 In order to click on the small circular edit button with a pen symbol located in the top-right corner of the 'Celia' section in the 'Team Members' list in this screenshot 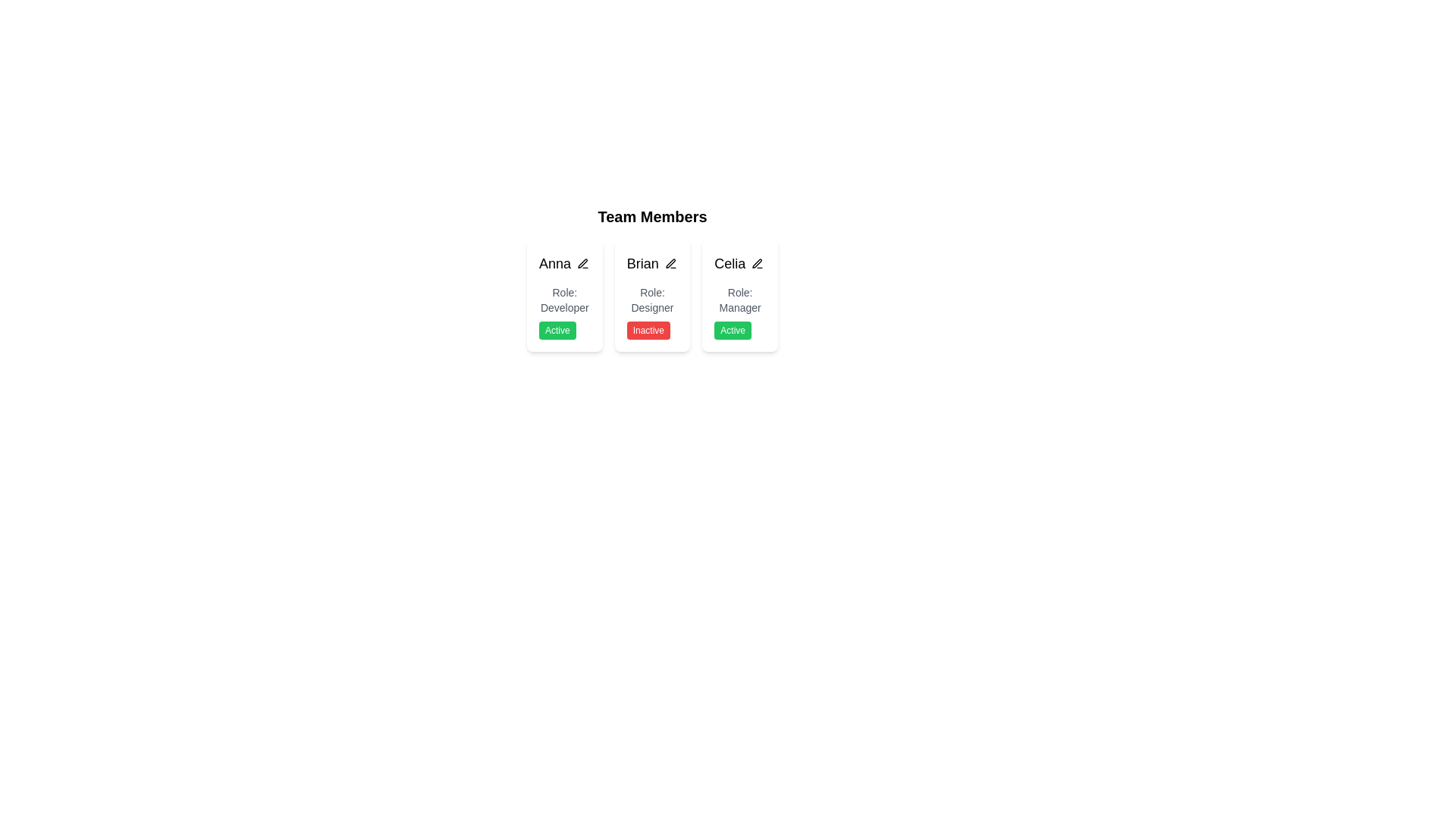, I will do `click(758, 262)`.